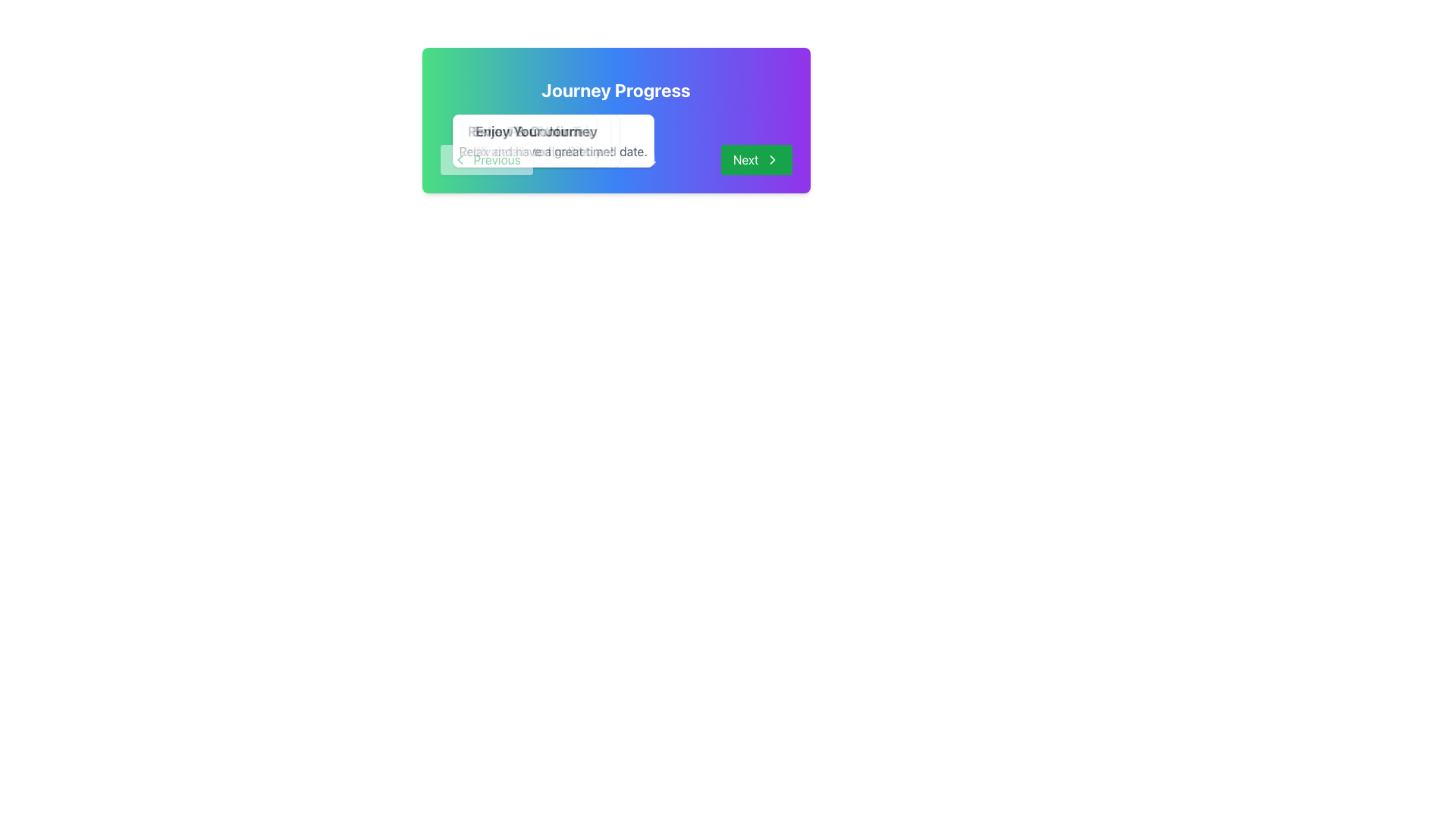 Image resolution: width=1456 pixels, height=819 pixels. What do you see at coordinates (616, 90) in the screenshot?
I see `the Header text labeled 'Journey Progress' that provides context for the section, located at the upper section of a card-like component` at bounding box center [616, 90].